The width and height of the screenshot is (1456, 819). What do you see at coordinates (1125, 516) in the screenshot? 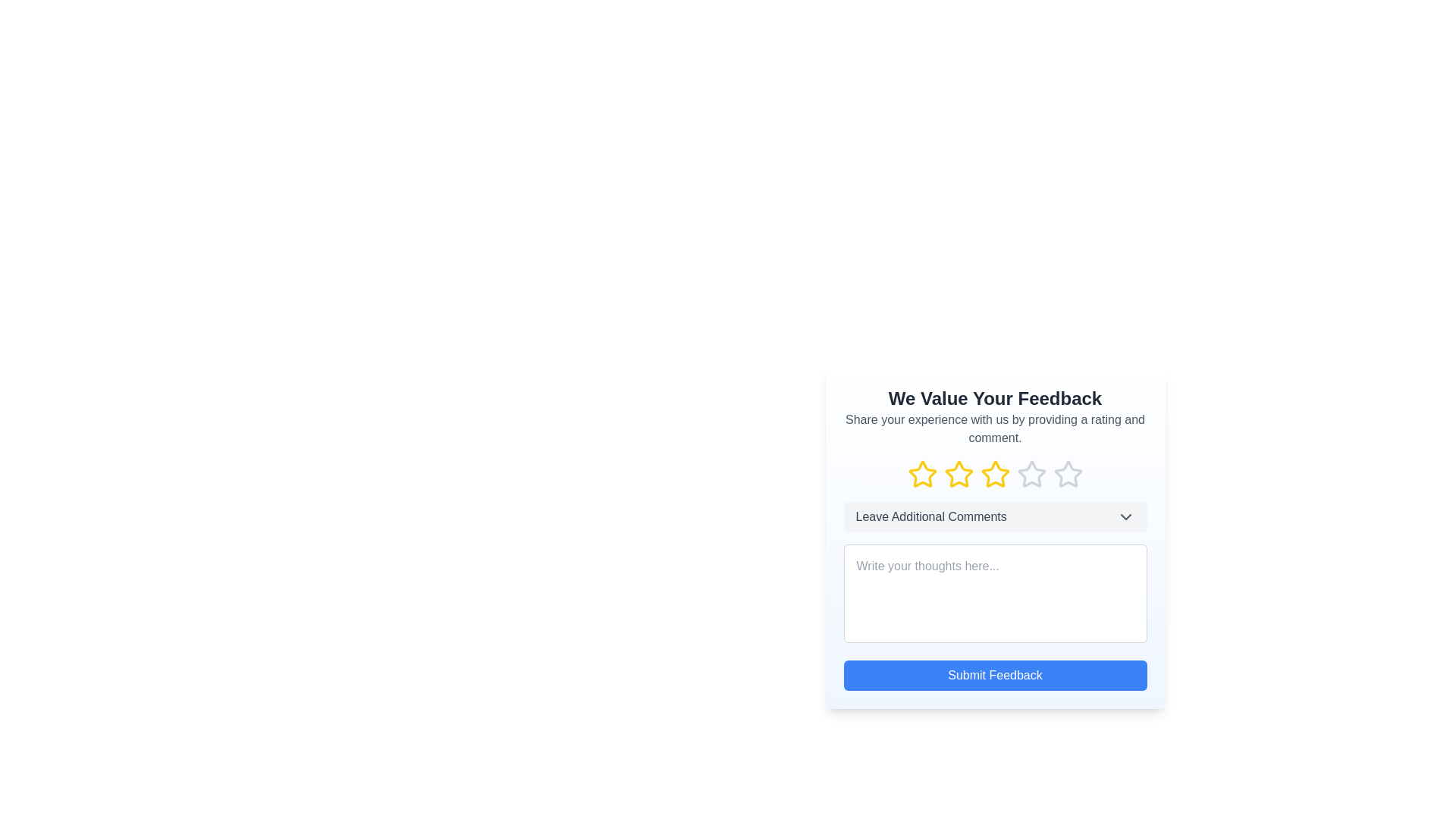
I see `the downward arrow icon styled in gray, which signifies a dropdown or expandable option, located` at bounding box center [1125, 516].